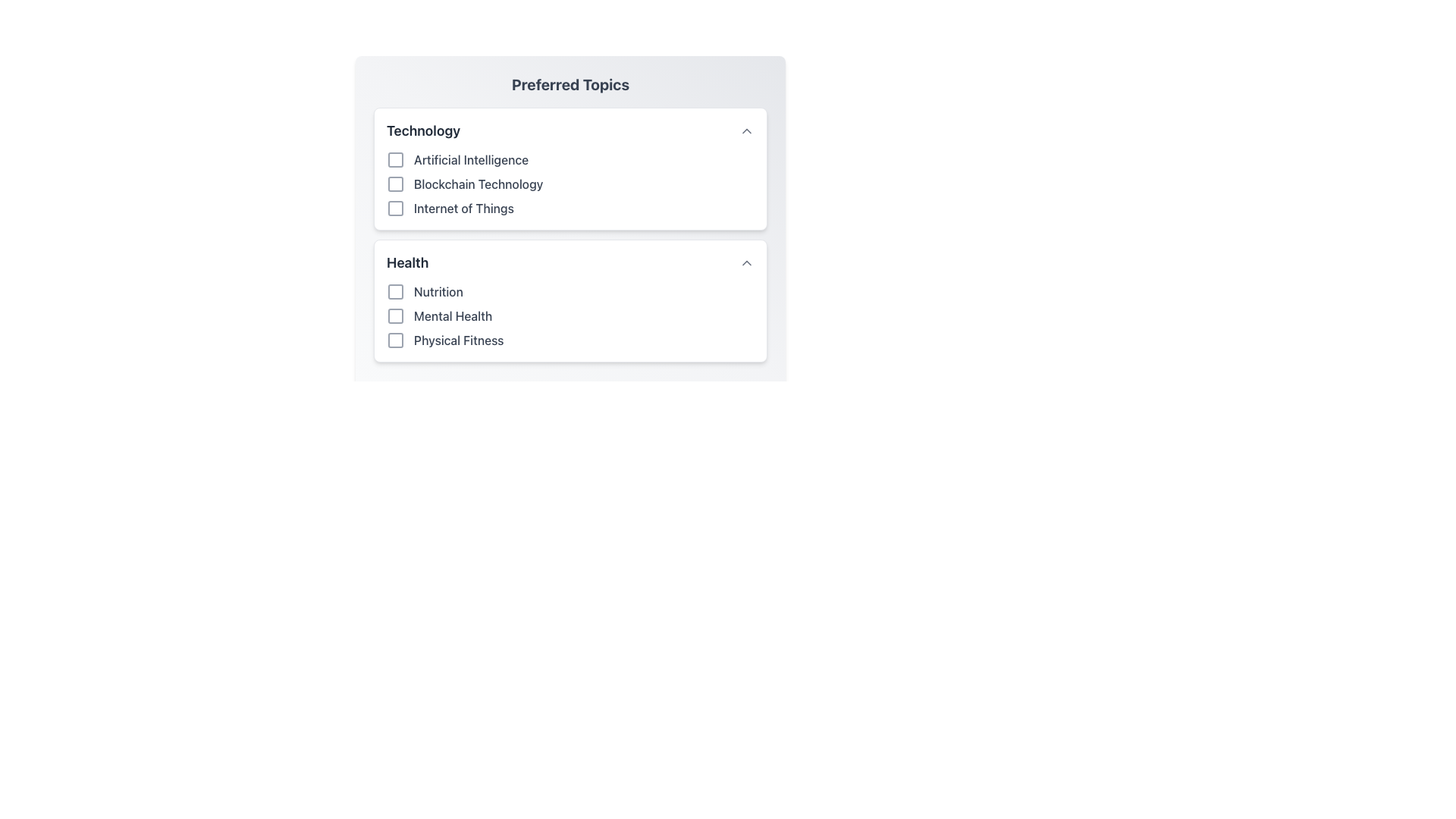 This screenshot has height=819, width=1456. Describe the element at coordinates (396, 339) in the screenshot. I see `the checkbox located to the left of the 'Physical Fitness' text` at that location.